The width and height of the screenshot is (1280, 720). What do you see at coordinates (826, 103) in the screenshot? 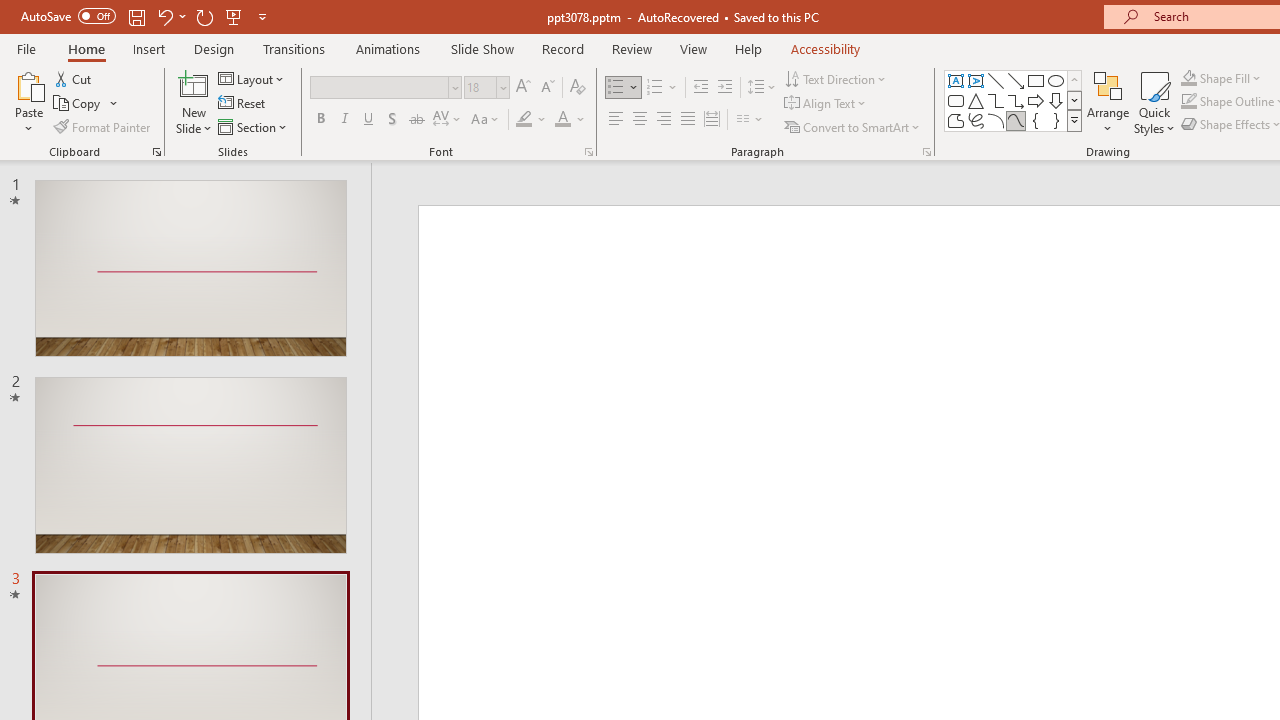
I see `'Align Text'` at bounding box center [826, 103].